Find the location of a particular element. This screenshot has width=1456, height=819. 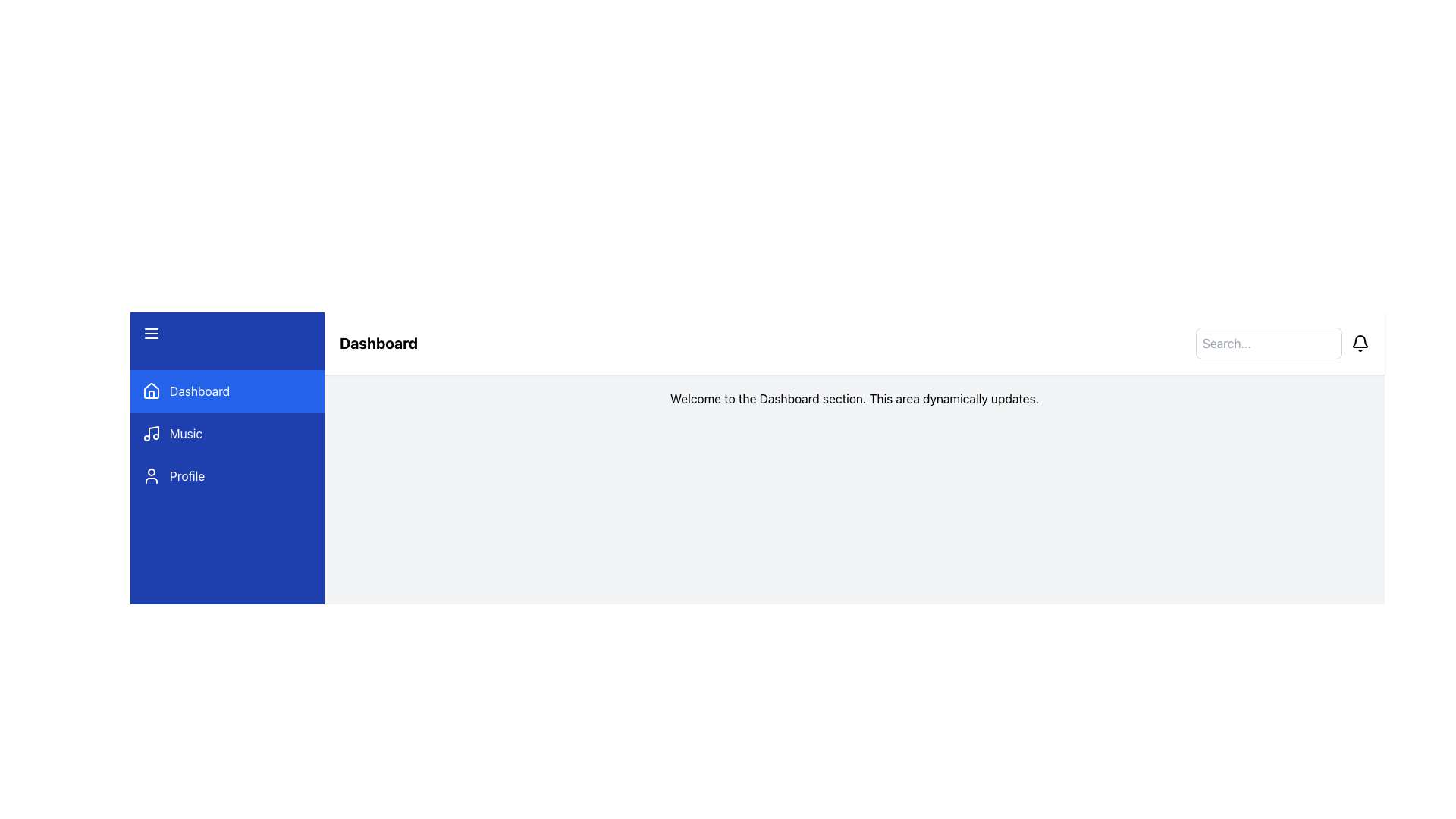

the 'Dashboard' text in the vertical sidebar menu is located at coordinates (199, 391).